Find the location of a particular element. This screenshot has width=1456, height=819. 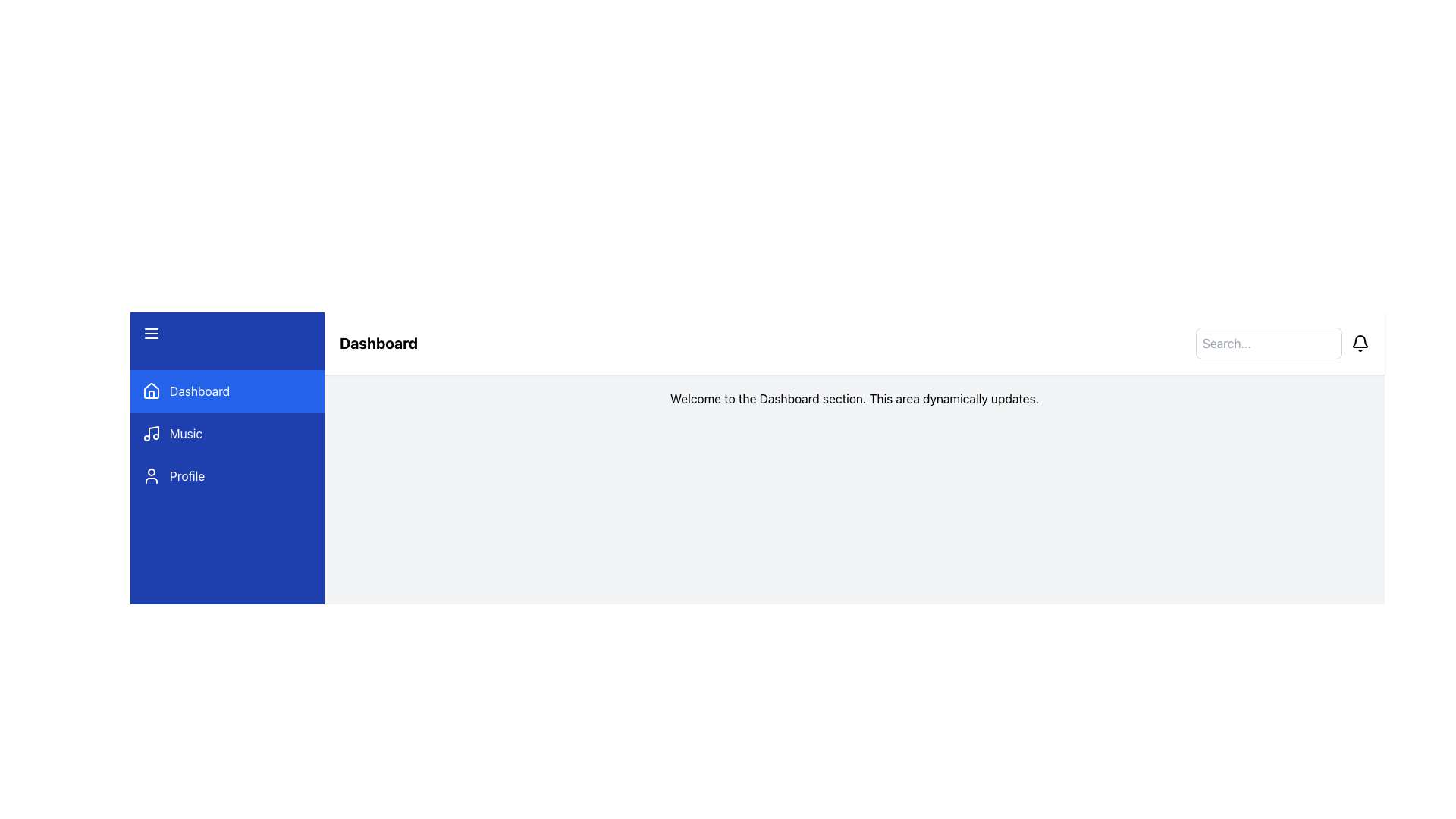

the 'Dashboard' text in the vertical sidebar menu is located at coordinates (199, 391).